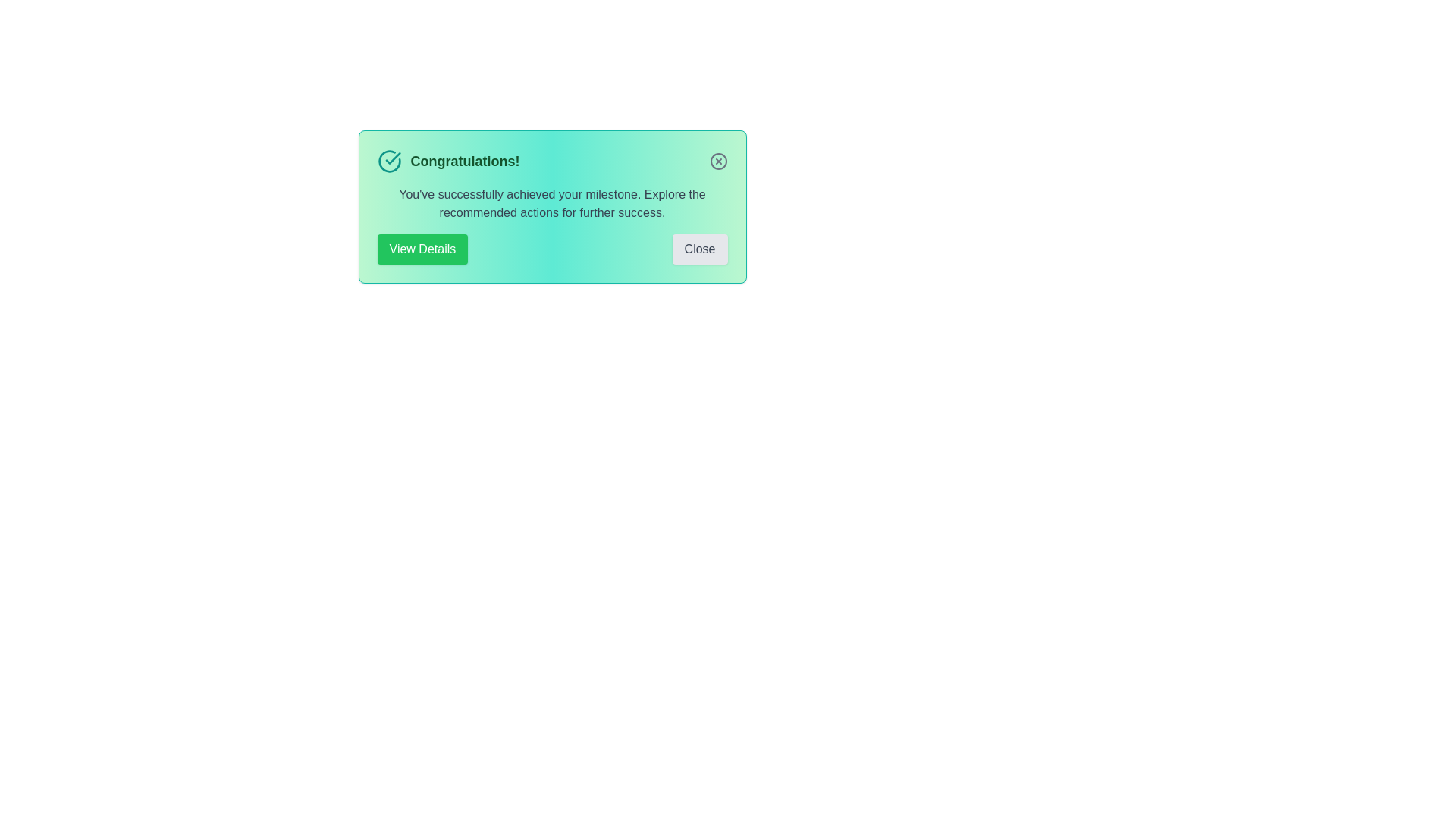  I want to click on the close icon to dismiss the notification, so click(717, 161).